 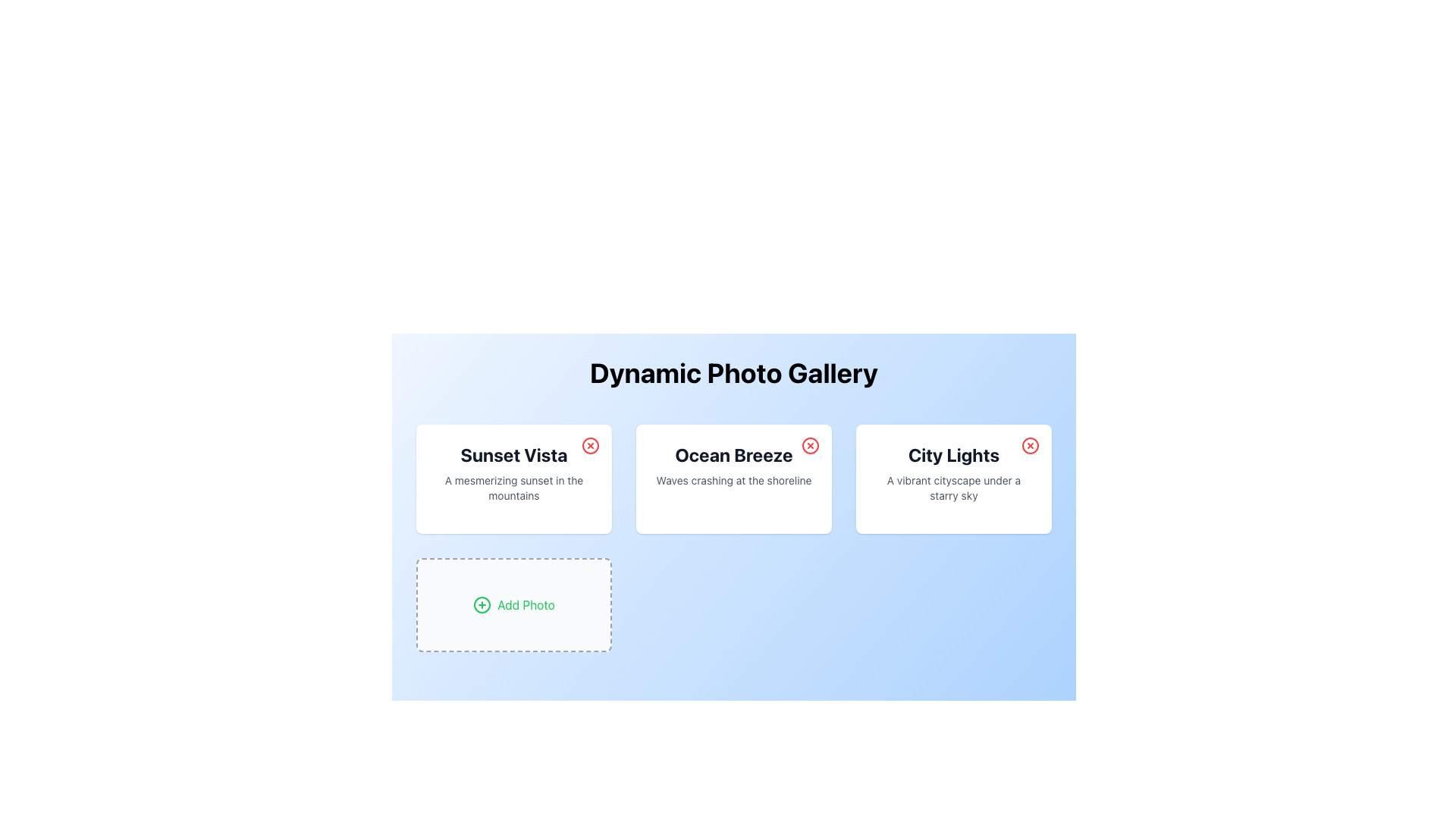 I want to click on the circular deletion button located in the top-right corner of the 'City Lights' card, which is the third card from the right in the top row of the gallery layout, so click(x=1030, y=444).